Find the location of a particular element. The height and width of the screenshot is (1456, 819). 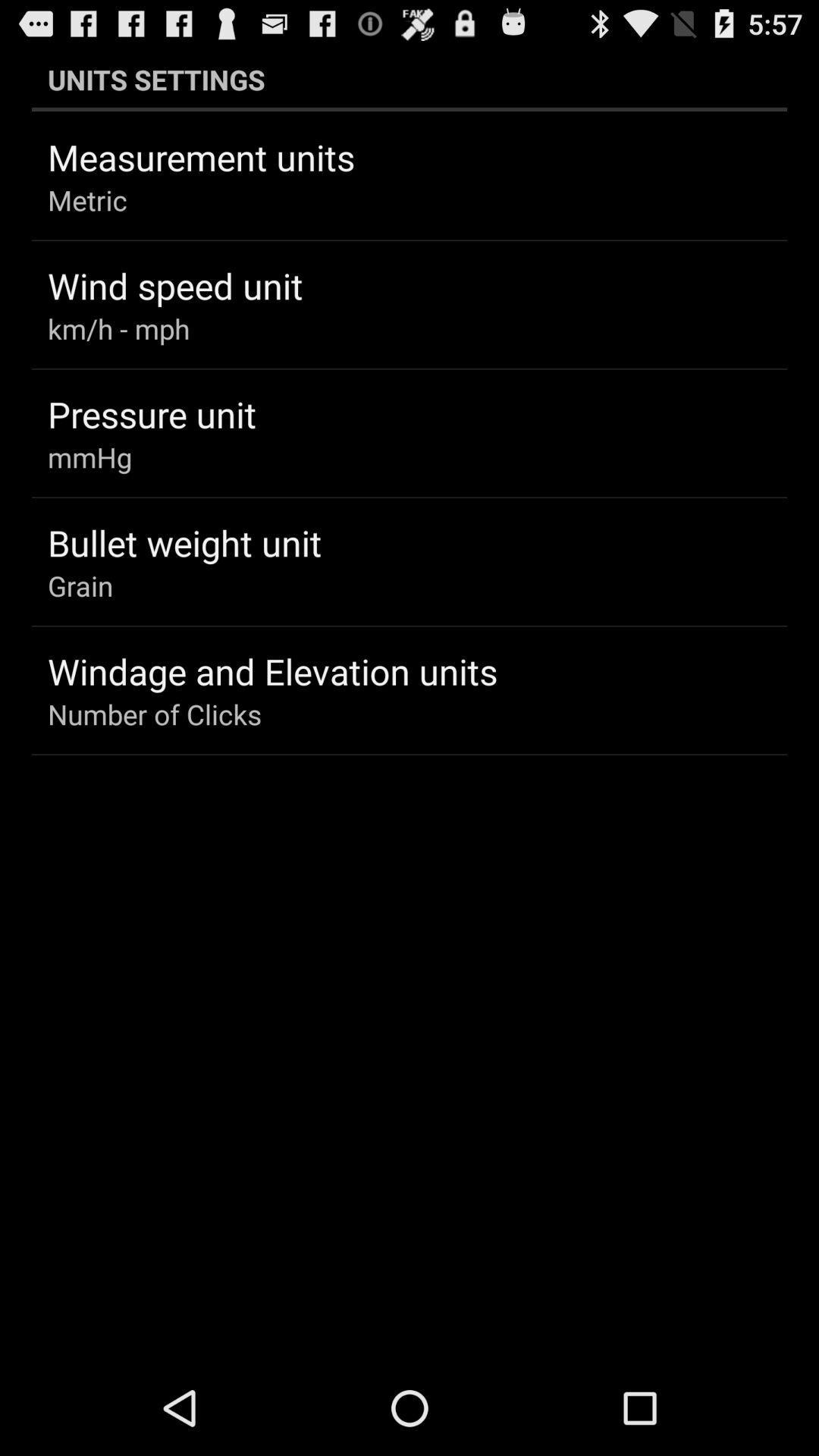

wind speed unit app is located at coordinates (174, 285).